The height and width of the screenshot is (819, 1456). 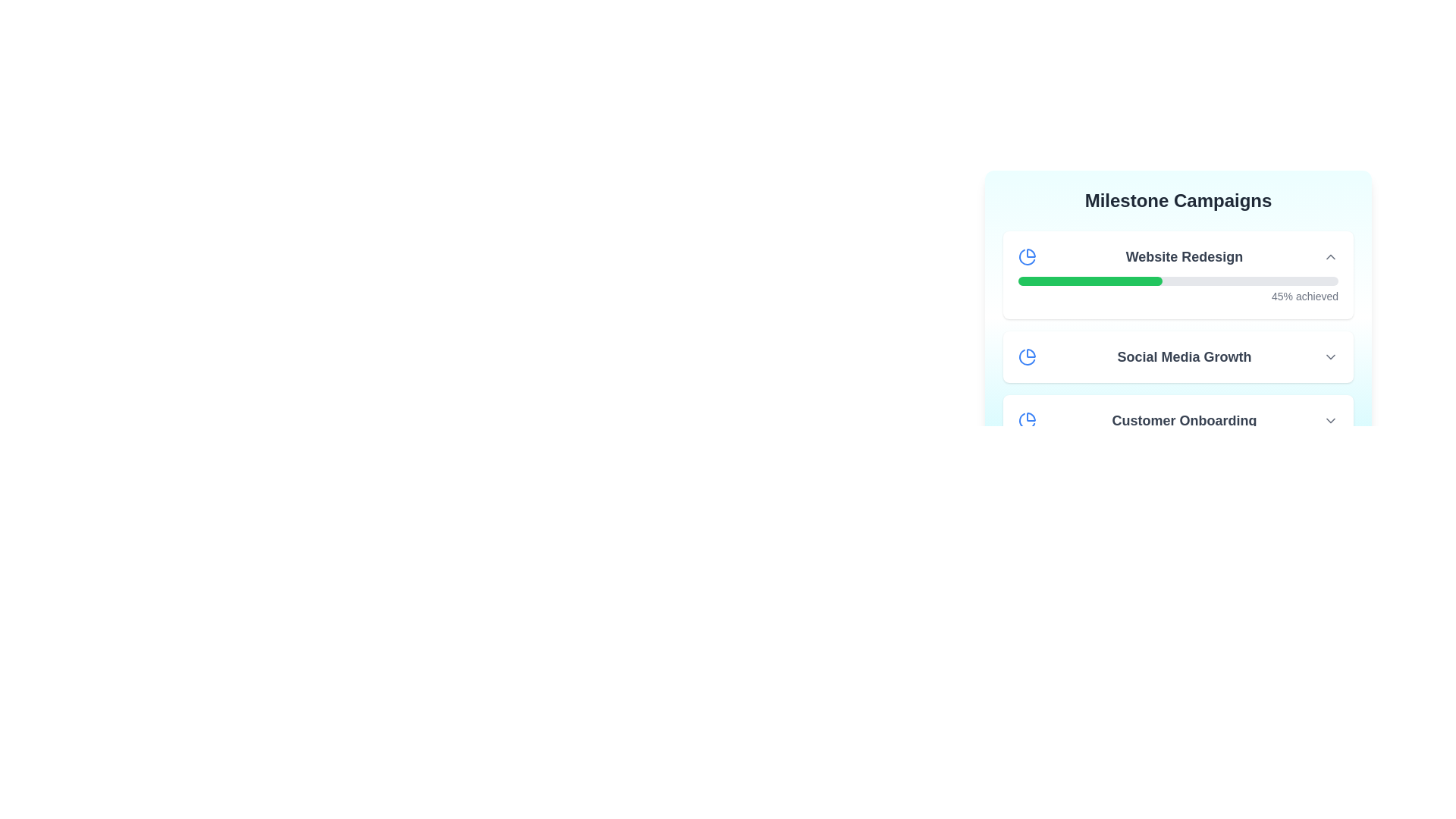 I want to click on the List item labeled 'Customer Onboarding' with an icon and interactive dropdown arrow, so click(x=1178, y=421).